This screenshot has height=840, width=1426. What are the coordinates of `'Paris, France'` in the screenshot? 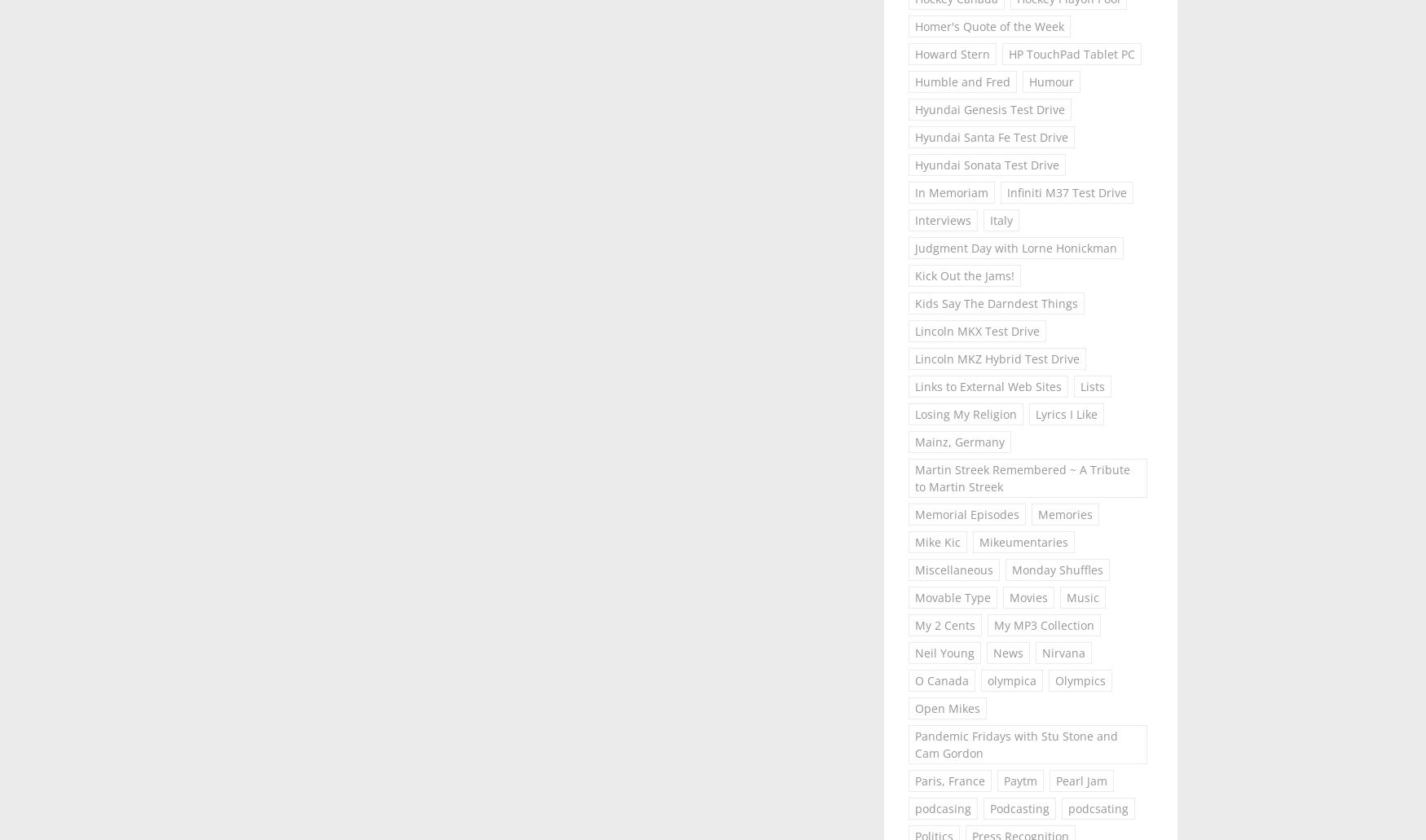 It's located at (949, 779).